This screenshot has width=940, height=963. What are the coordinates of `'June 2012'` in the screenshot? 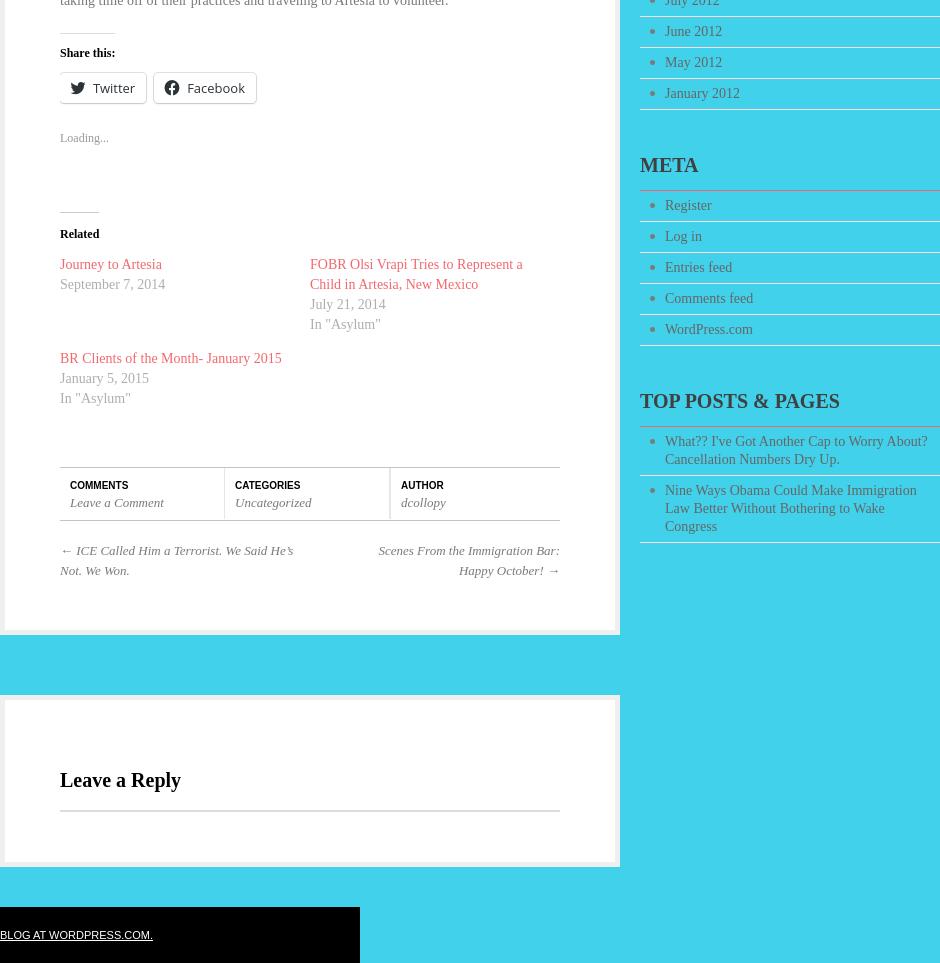 It's located at (692, 30).